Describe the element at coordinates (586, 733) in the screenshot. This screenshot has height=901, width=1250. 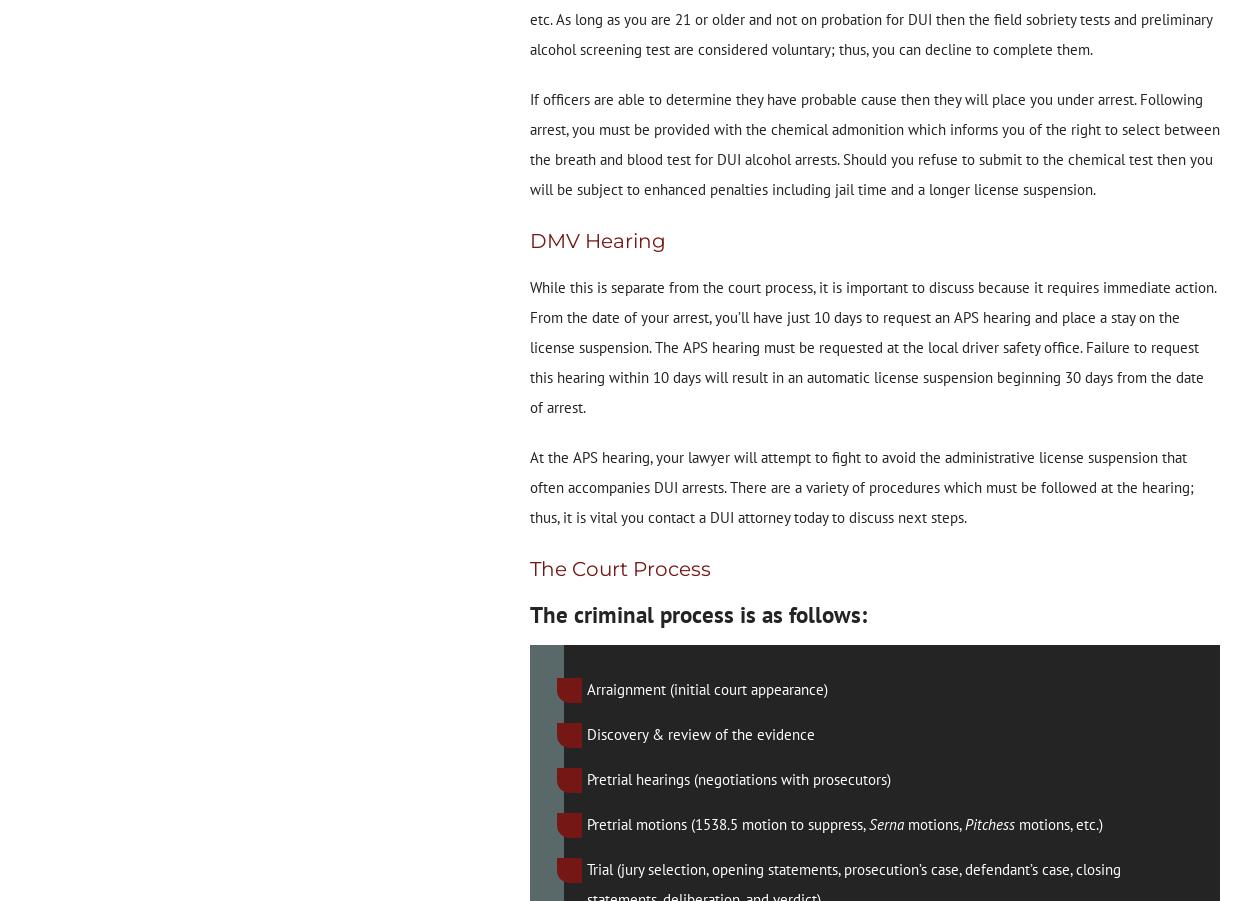
I see `'Discovery & review of the evidence'` at that location.